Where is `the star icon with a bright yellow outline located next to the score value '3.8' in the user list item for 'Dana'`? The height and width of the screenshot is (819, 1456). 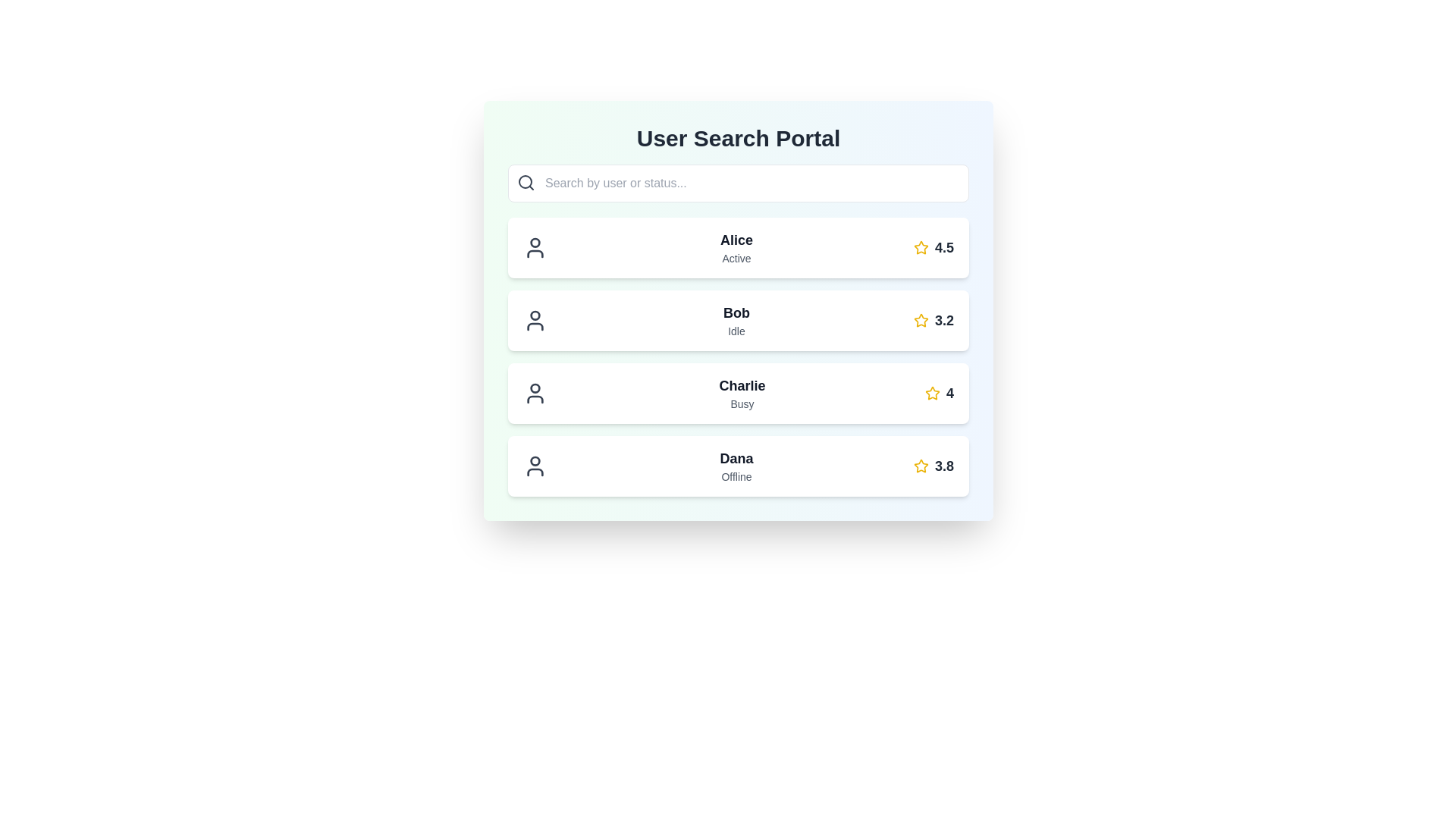
the star icon with a bright yellow outline located next to the score value '3.8' in the user list item for 'Dana' is located at coordinates (920, 465).